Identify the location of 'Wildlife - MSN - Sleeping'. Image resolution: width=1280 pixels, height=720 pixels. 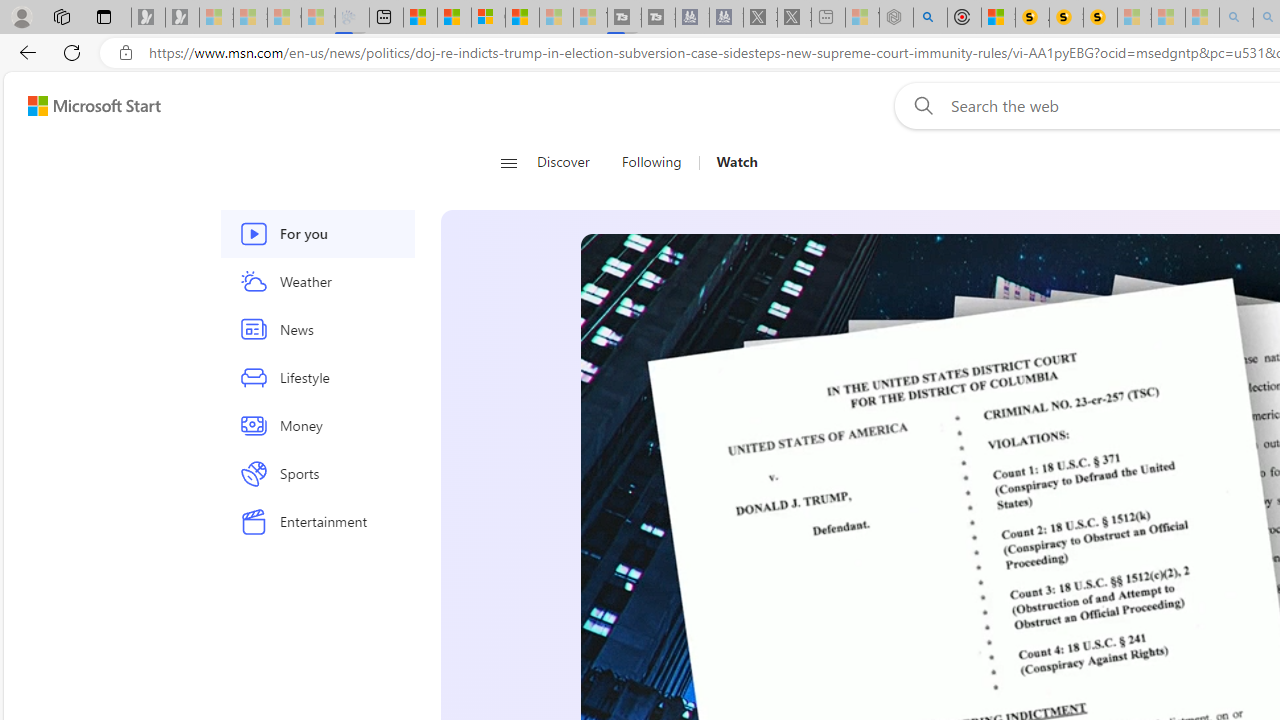
(862, 17).